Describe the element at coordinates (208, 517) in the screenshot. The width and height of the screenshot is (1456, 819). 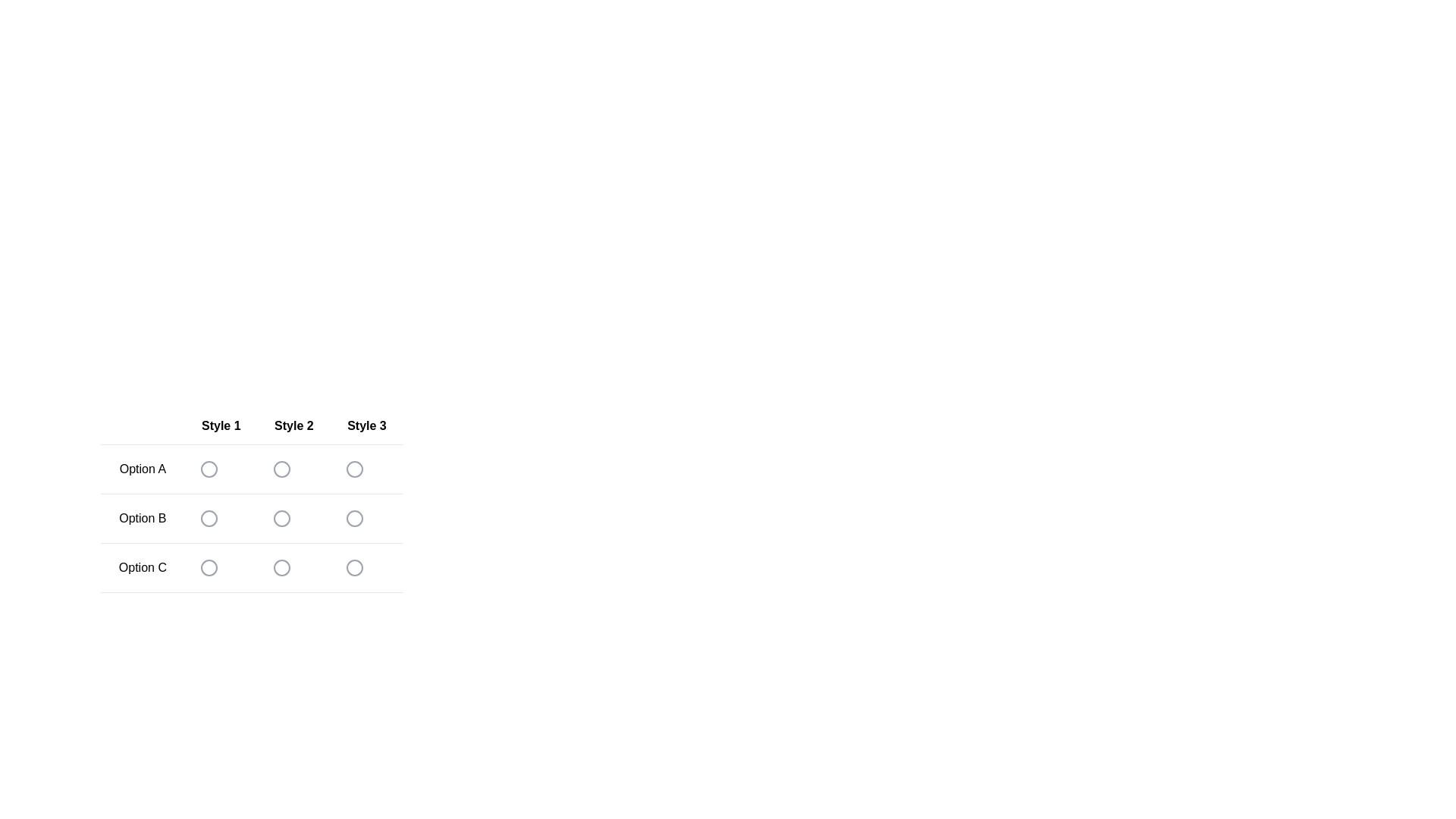
I see `the 'Style 1' radio button located in the second row under 'Option B'` at that location.